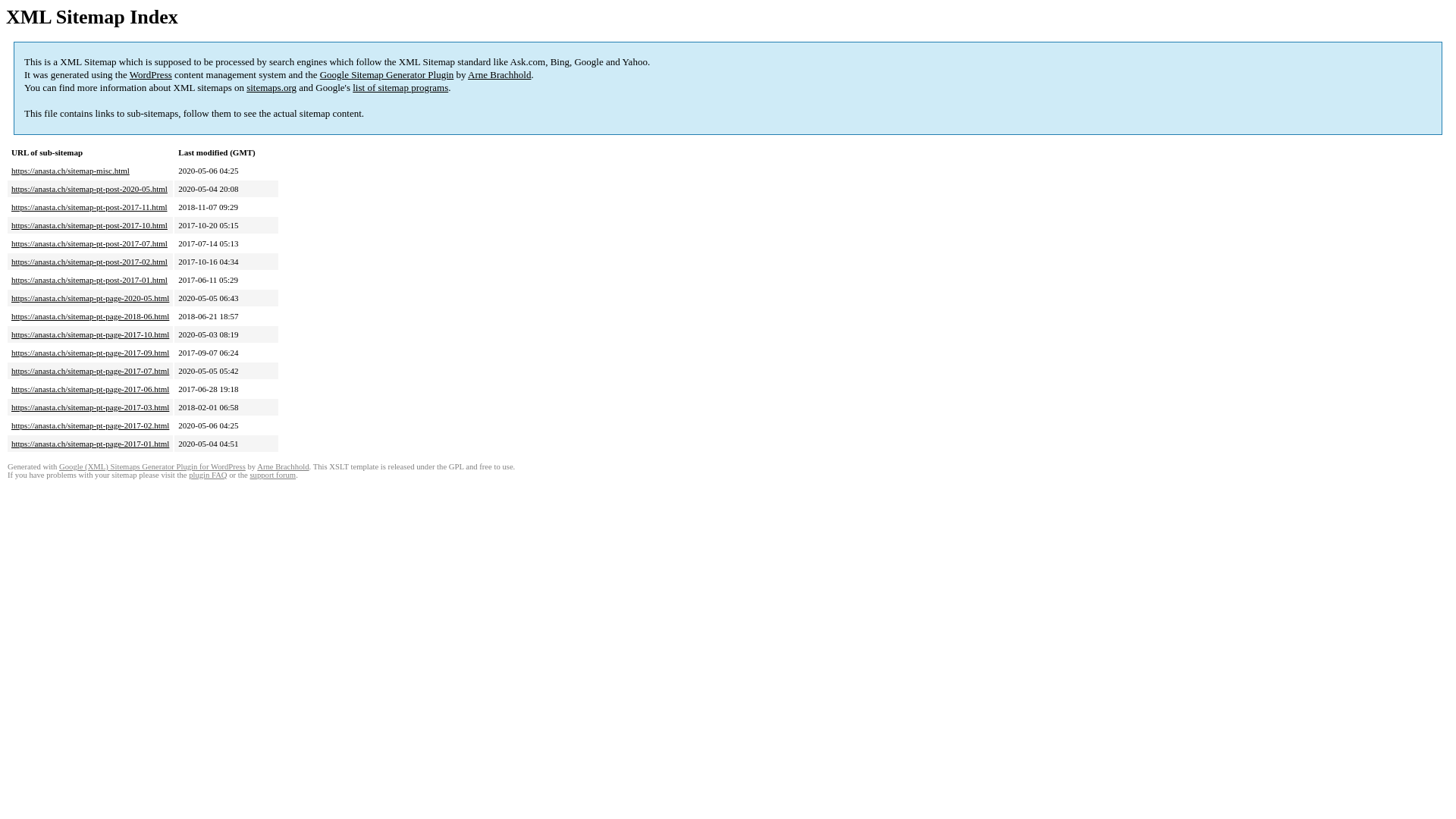  I want to click on 'https://anasta.ch/sitemap-pt-post-2017-11.html', so click(89, 207).